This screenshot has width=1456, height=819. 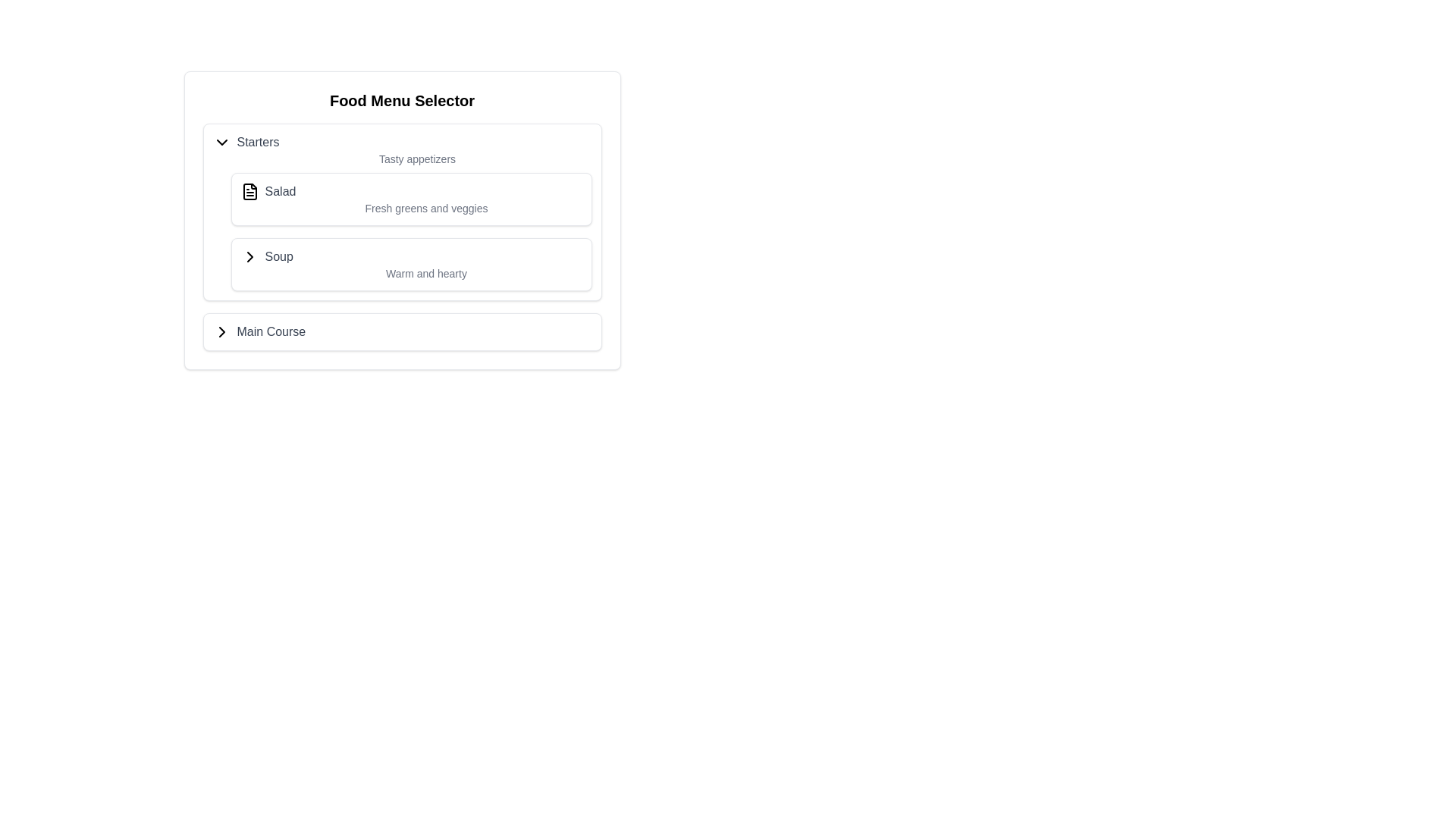 What do you see at coordinates (221, 331) in the screenshot?
I see `the right-pointing chevron icon located to the left of the 'Main Course' text` at bounding box center [221, 331].